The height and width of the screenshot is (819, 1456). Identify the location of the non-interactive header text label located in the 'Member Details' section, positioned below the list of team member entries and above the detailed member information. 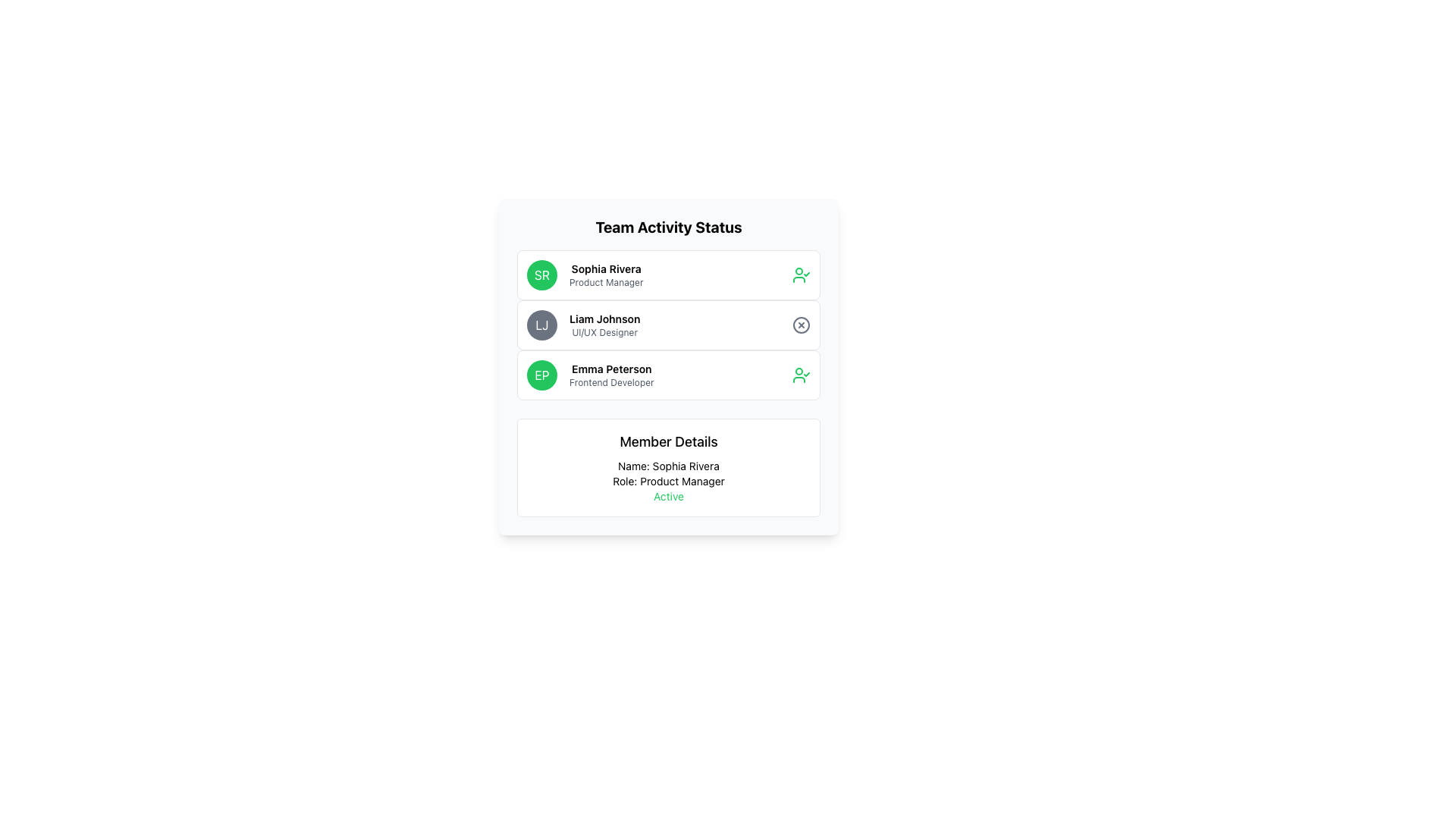
(668, 441).